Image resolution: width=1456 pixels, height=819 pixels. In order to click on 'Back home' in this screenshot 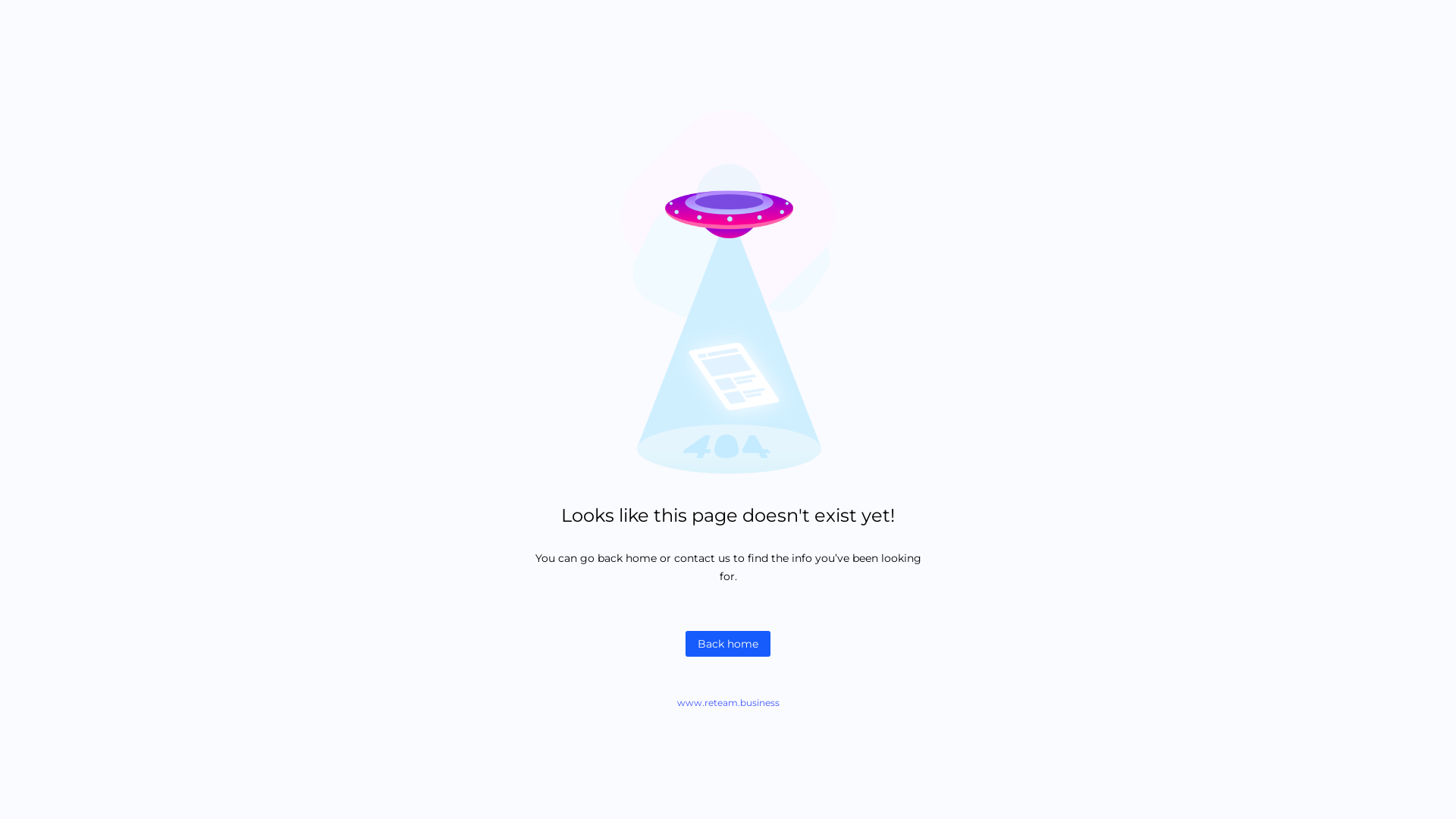, I will do `click(728, 643)`.